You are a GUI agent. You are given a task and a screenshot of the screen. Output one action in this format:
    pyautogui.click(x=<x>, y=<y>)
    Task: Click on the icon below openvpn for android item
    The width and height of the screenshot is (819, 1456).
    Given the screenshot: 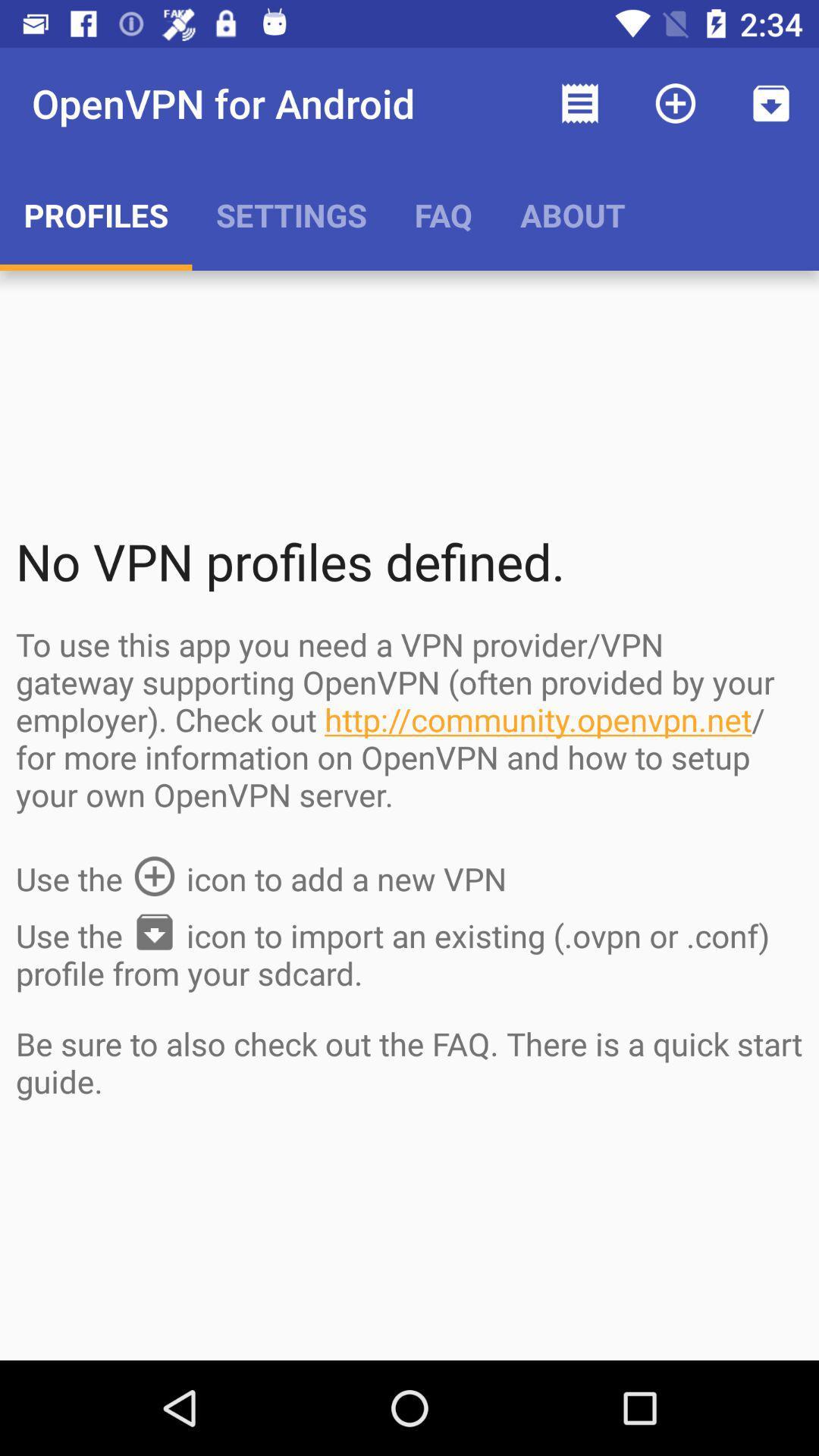 What is the action you would take?
    pyautogui.click(x=291, y=214)
    